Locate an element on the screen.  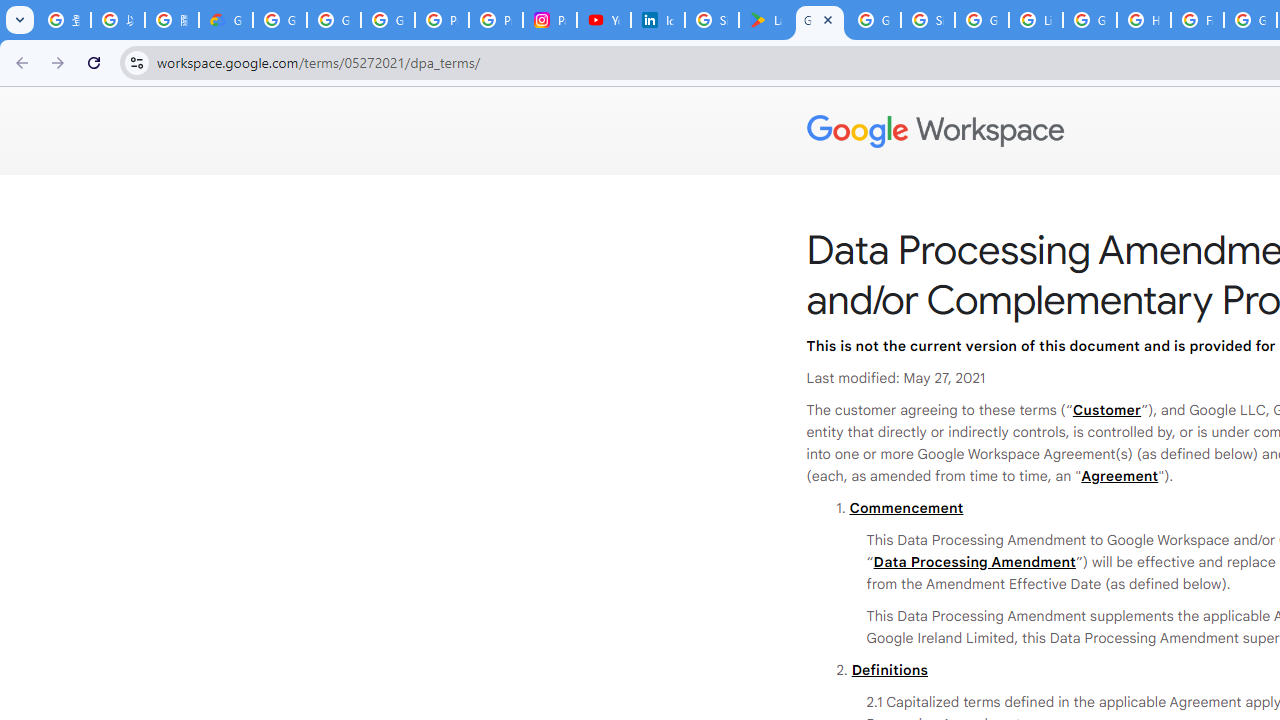
'Privacy Help Center - Policies Help' is located at coordinates (496, 20).